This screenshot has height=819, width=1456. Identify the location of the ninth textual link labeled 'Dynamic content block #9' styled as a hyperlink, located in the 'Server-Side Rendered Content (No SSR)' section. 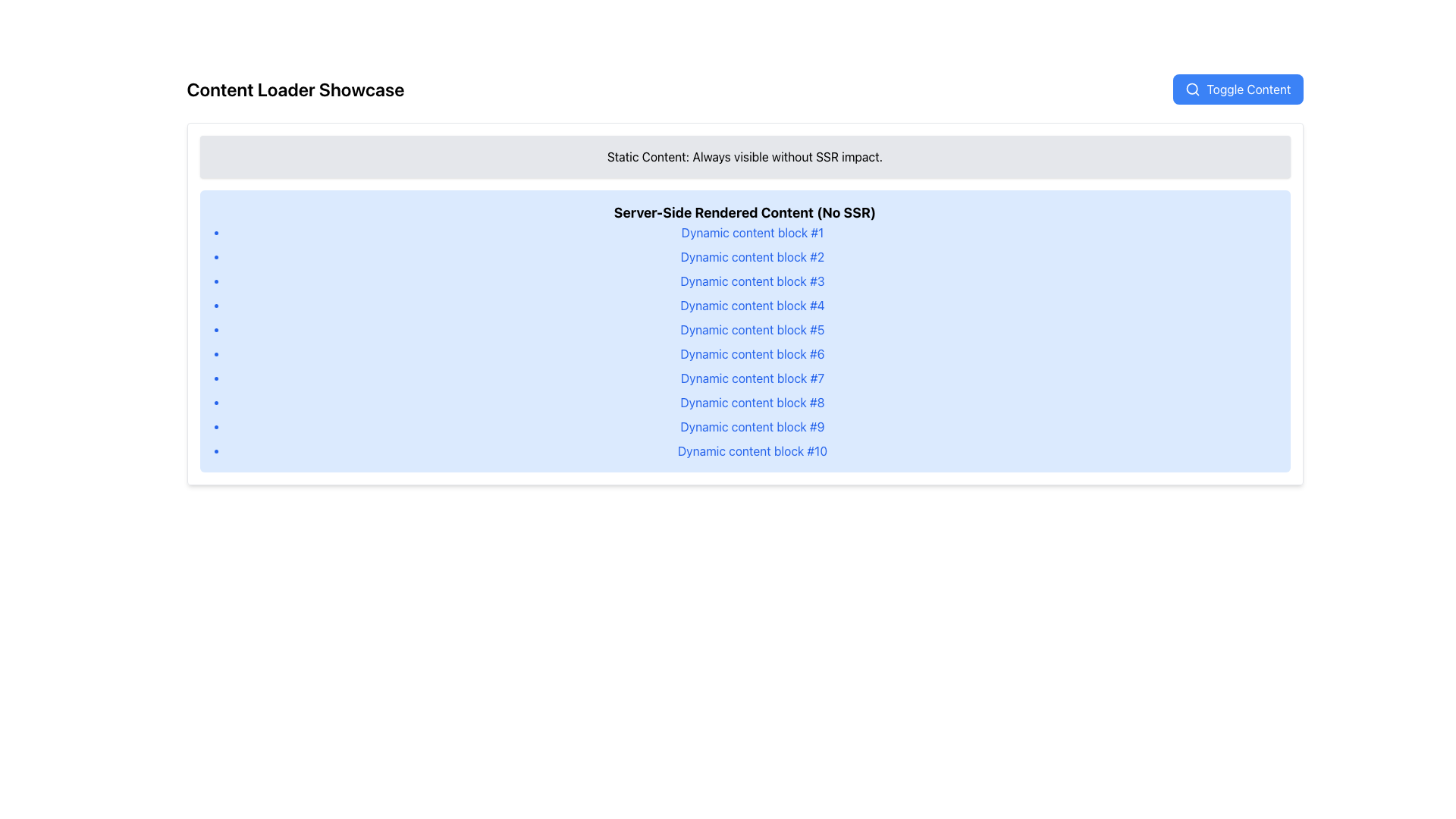
(752, 427).